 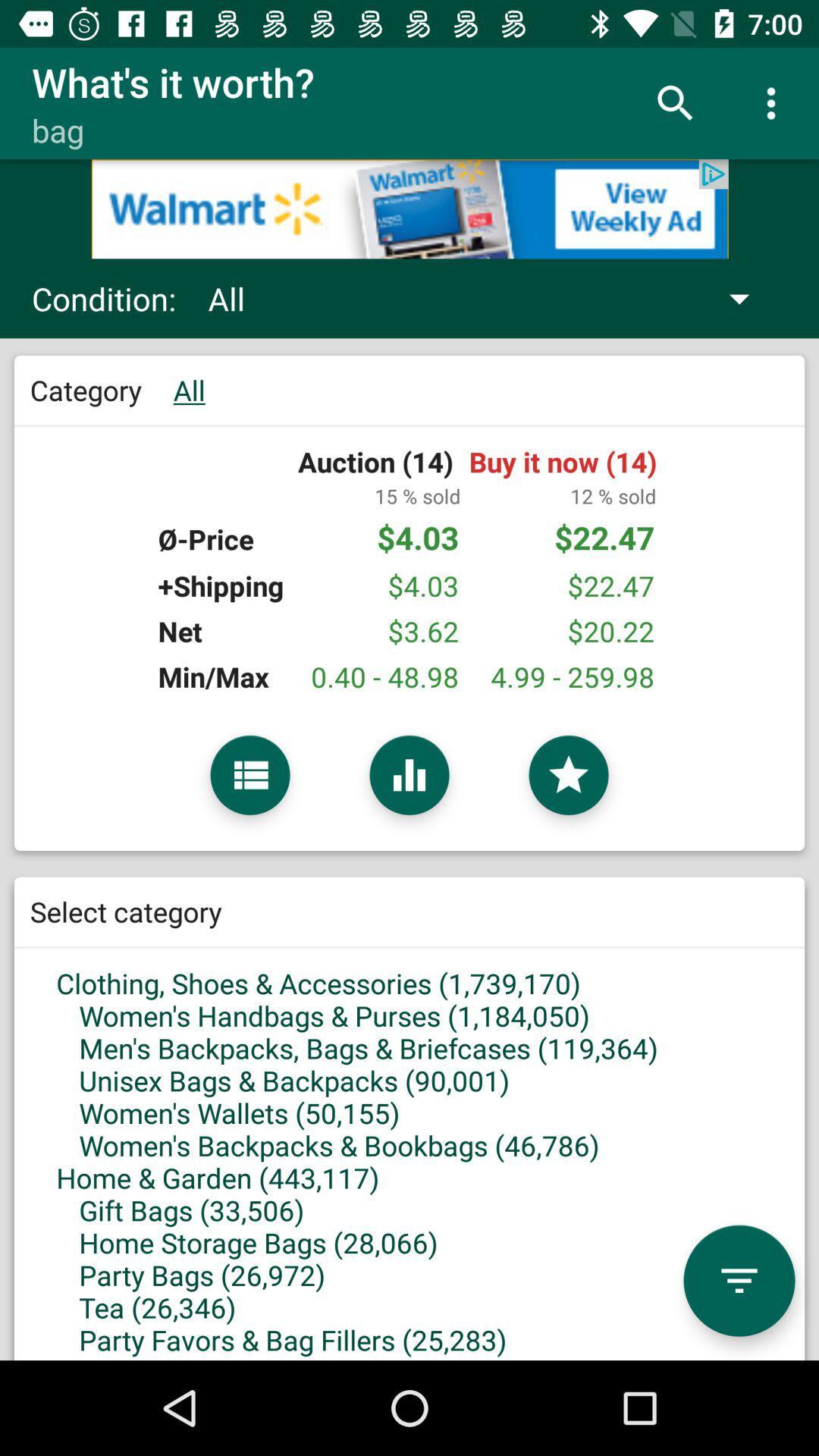 I want to click on the icon before star icon, so click(x=409, y=775).